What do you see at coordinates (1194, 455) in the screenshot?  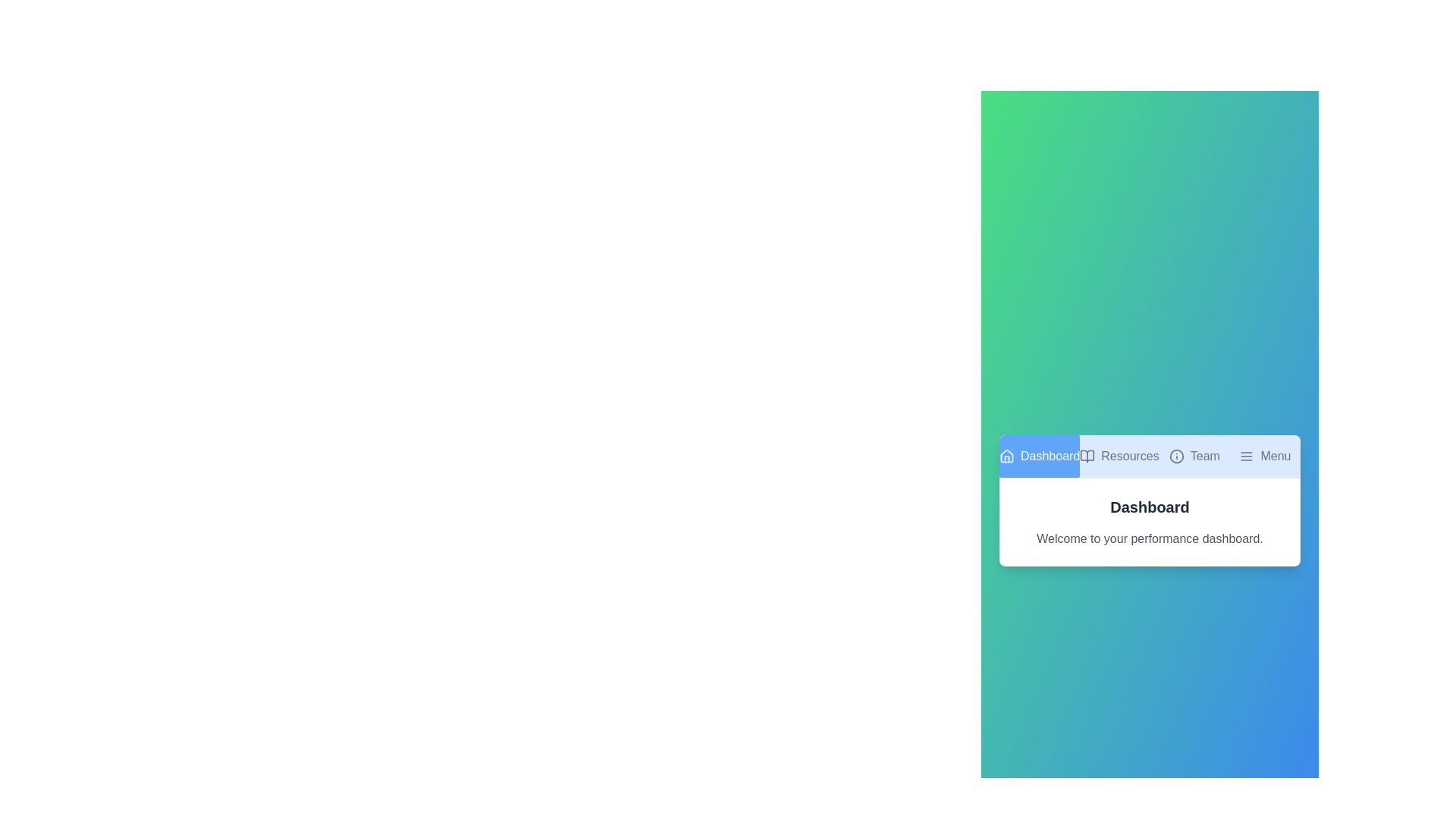 I see `the tab Team by clicking on its corresponding button` at bounding box center [1194, 455].